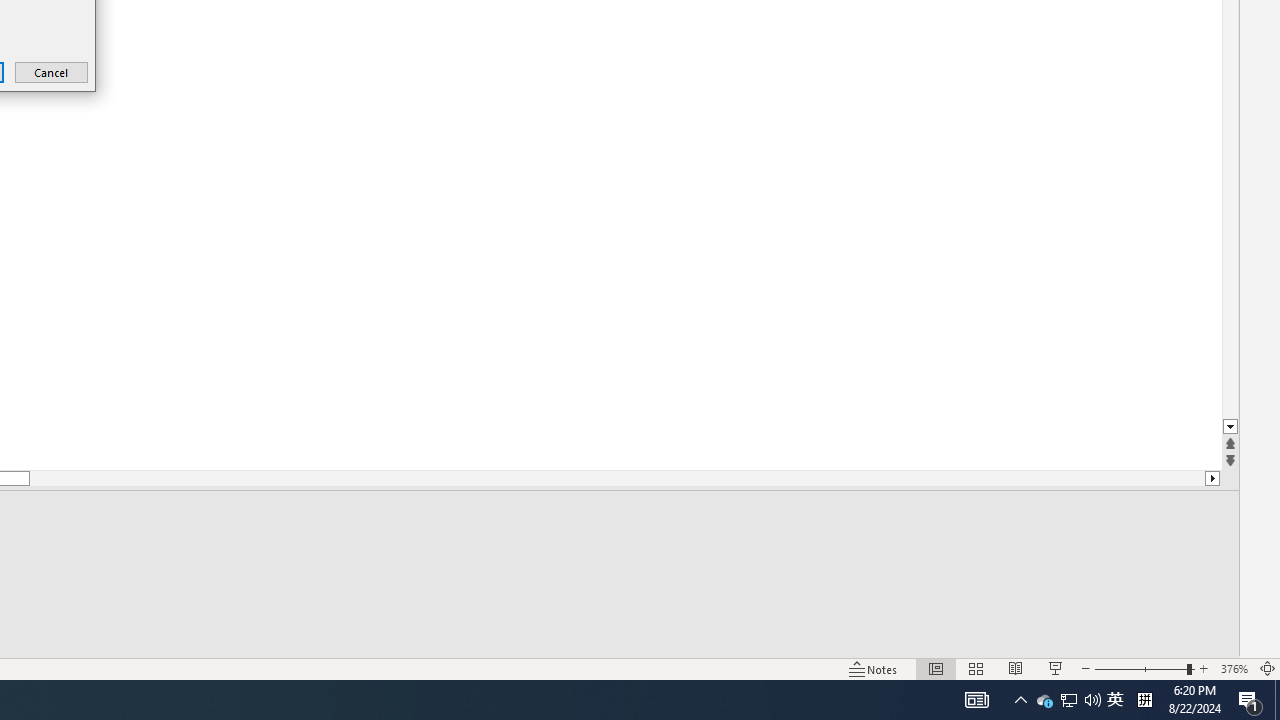  Describe the element at coordinates (1068, 698) in the screenshot. I see `'User Promoted Notification Area'` at that location.